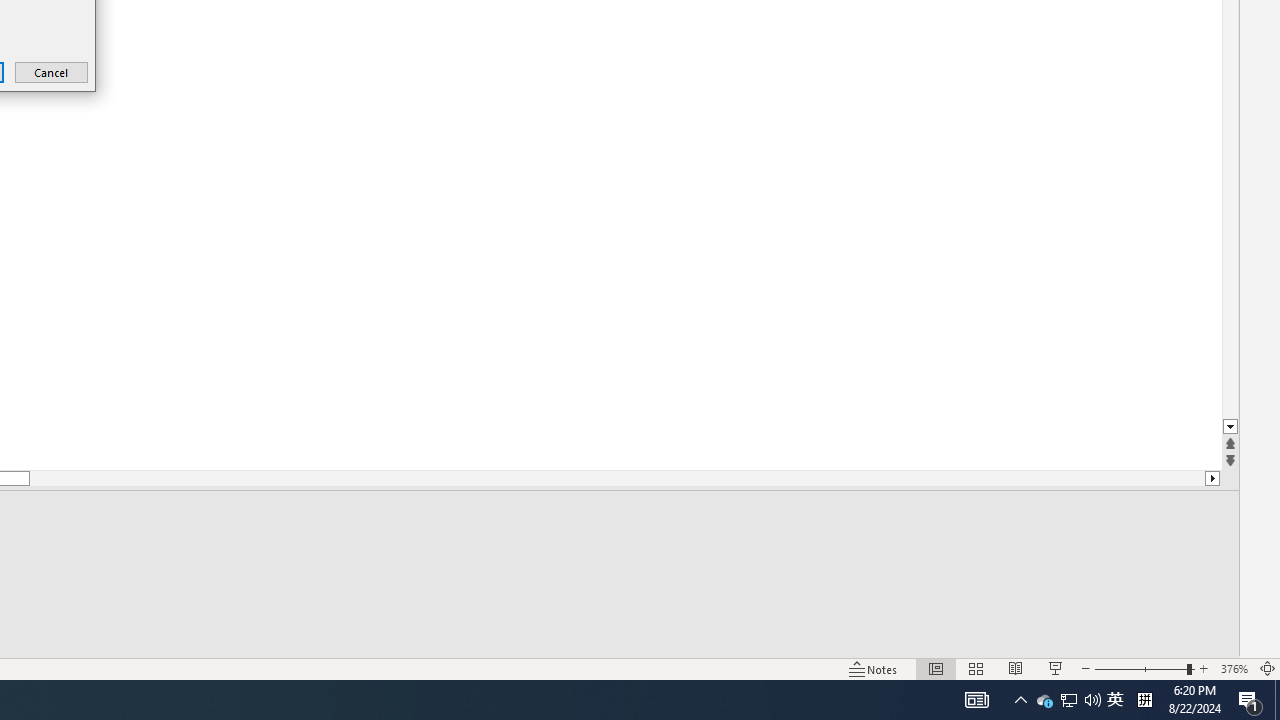  Describe the element at coordinates (1068, 698) in the screenshot. I see `'User Promoted Notification Area'` at that location.